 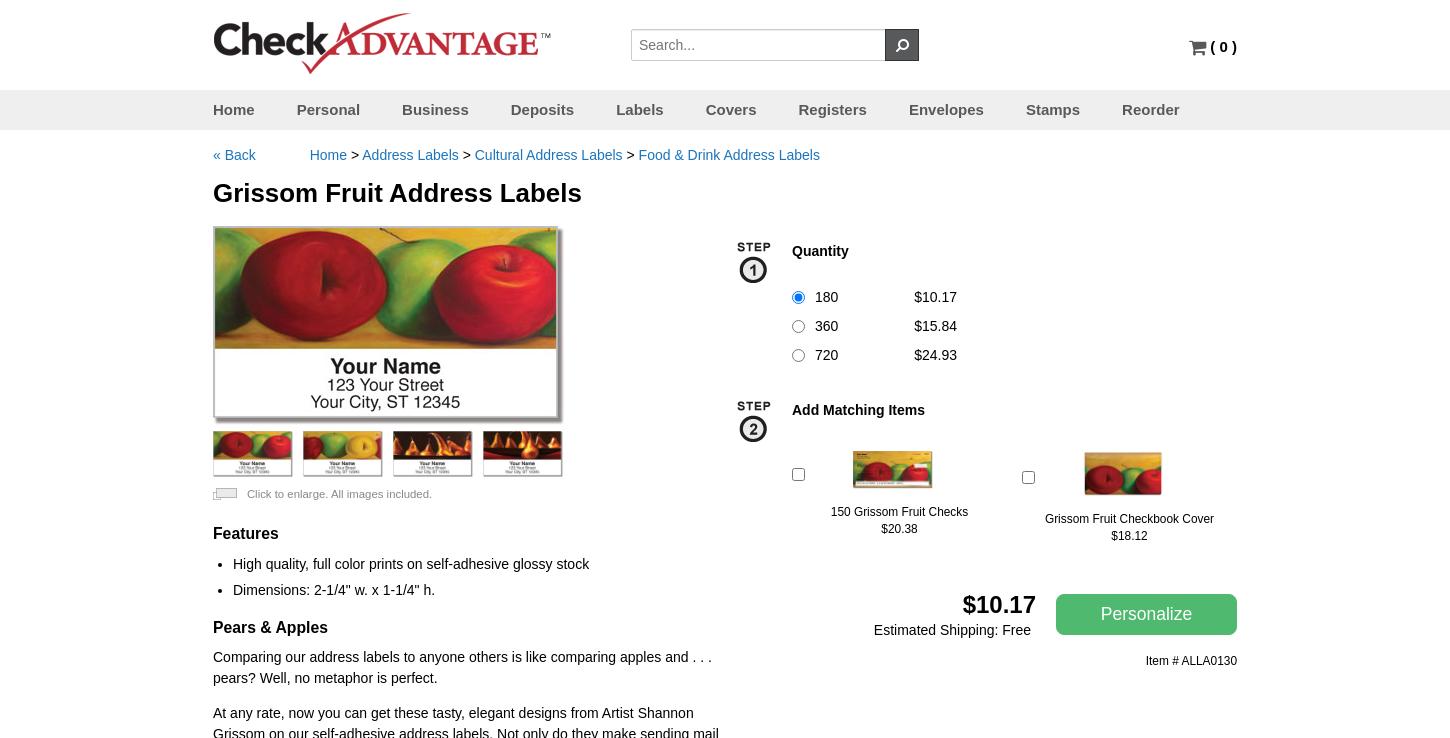 What do you see at coordinates (638, 108) in the screenshot?
I see `'Labels'` at bounding box center [638, 108].